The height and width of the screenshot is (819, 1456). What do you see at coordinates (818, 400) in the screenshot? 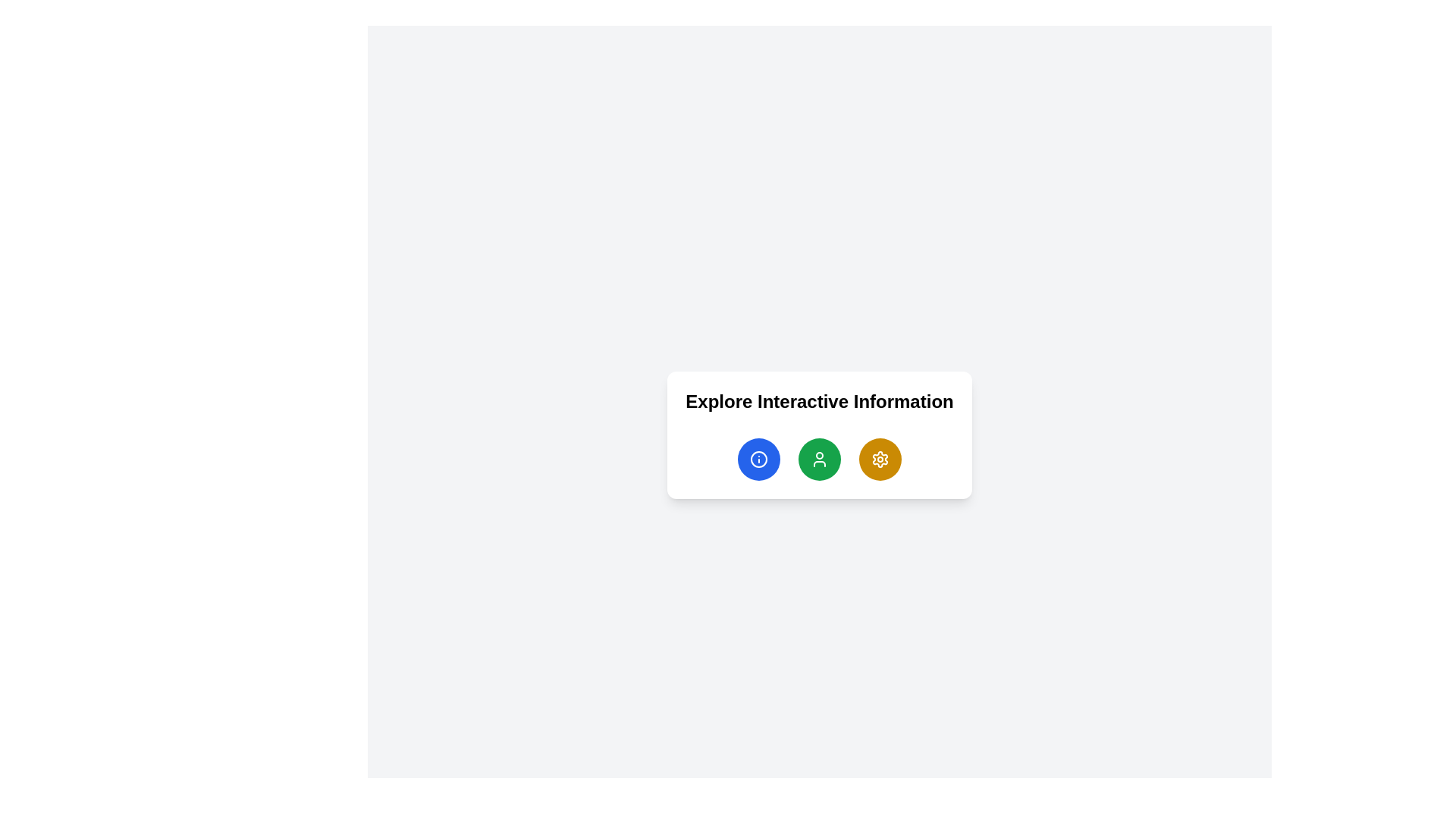
I see `the text label that reads 'Explore Interactive Information', which is bold and larger in size, positioned at the top of a card-like component above three circular icon buttons` at bounding box center [818, 400].